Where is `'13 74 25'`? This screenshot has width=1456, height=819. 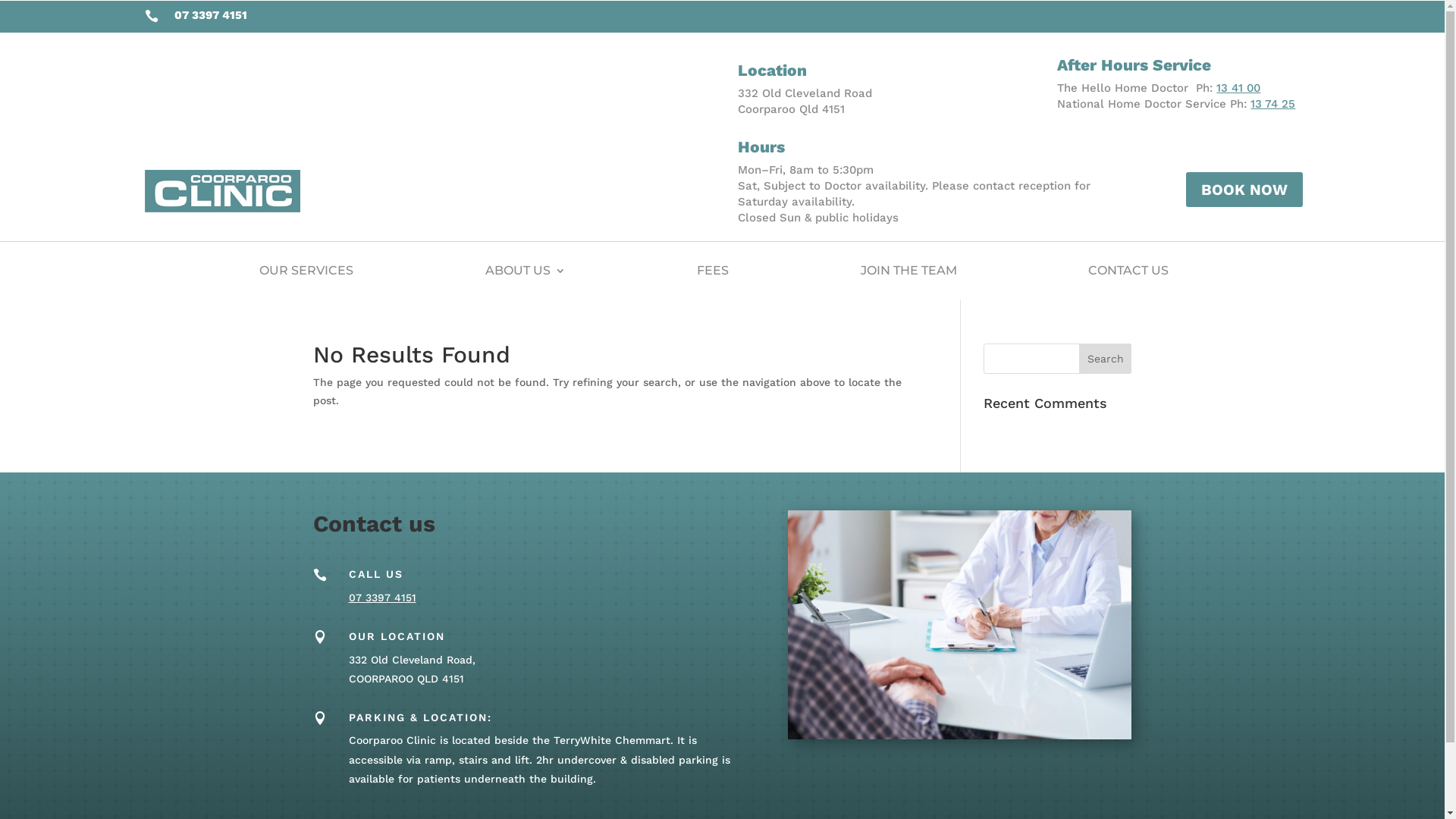 '13 74 25' is located at coordinates (1250, 103).